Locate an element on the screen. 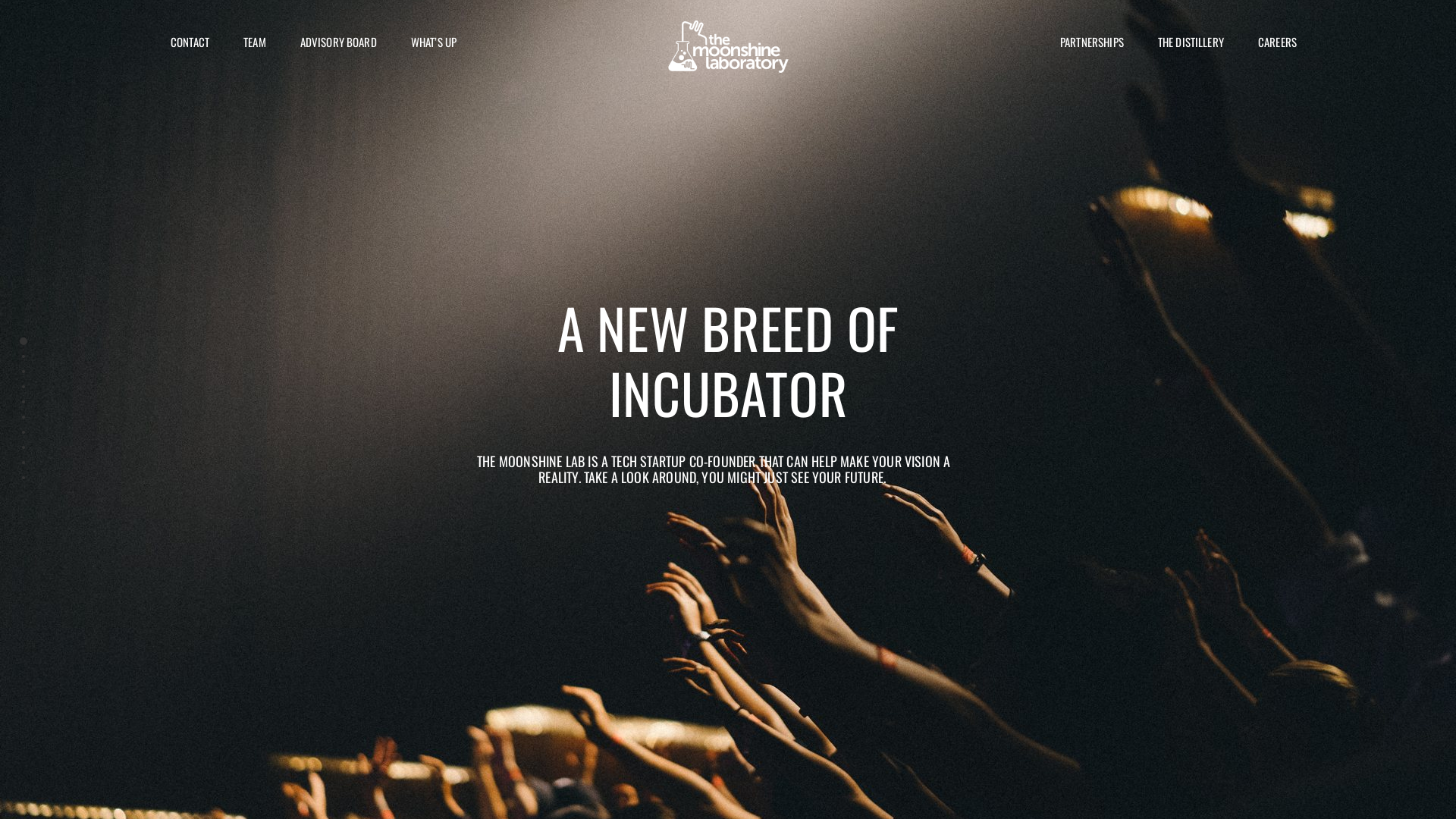  'TEAM' is located at coordinates (231, 45).